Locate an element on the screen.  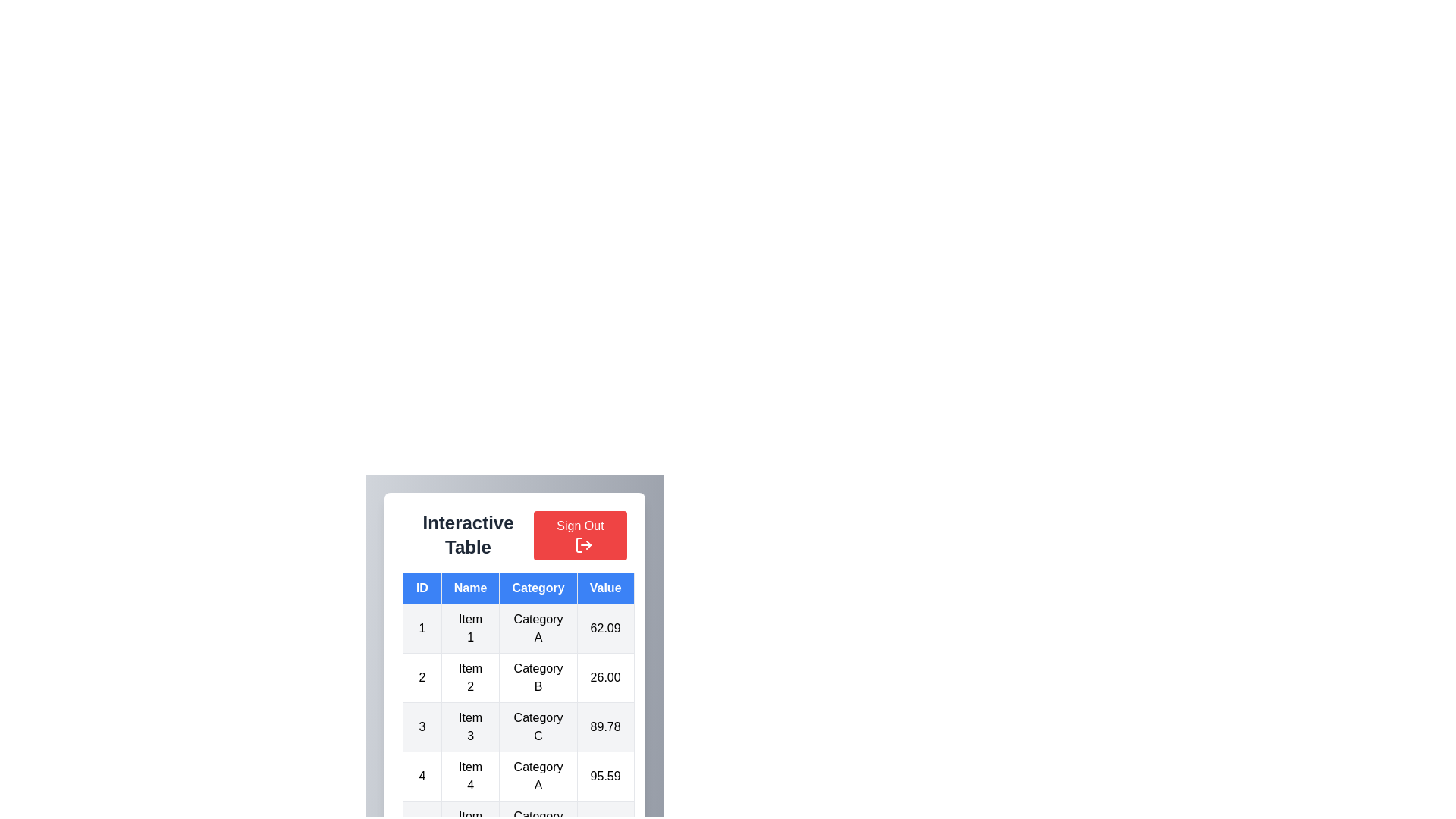
the ID to sort the table by that column is located at coordinates (422, 587).